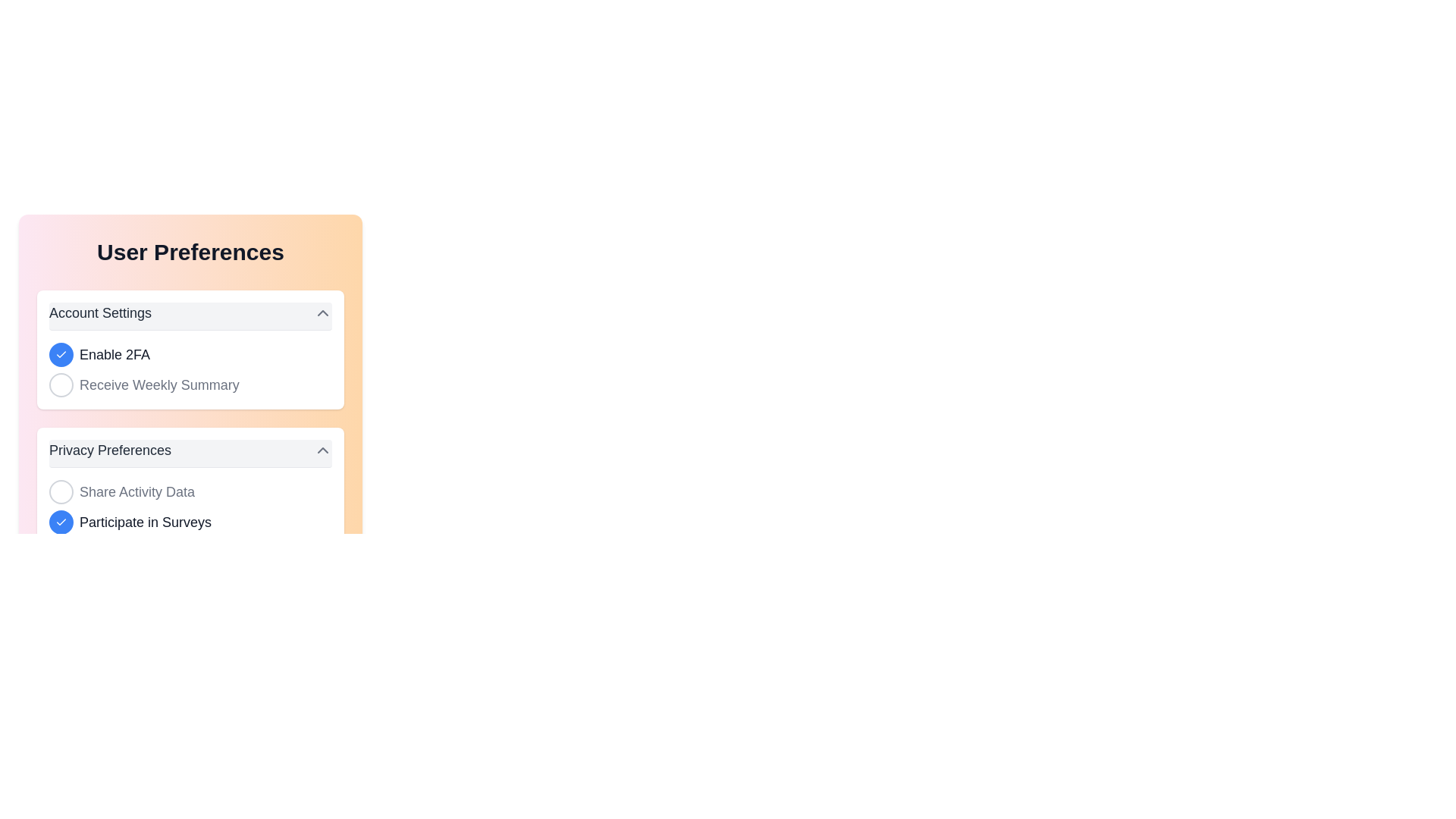 The width and height of the screenshot is (1456, 819). Describe the element at coordinates (61, 522) in the screenshot. I see `the checked state icon inside the blue circular button next to the 'Participate in Surveys' label in the 'Privacy Preferences' section` at that location.